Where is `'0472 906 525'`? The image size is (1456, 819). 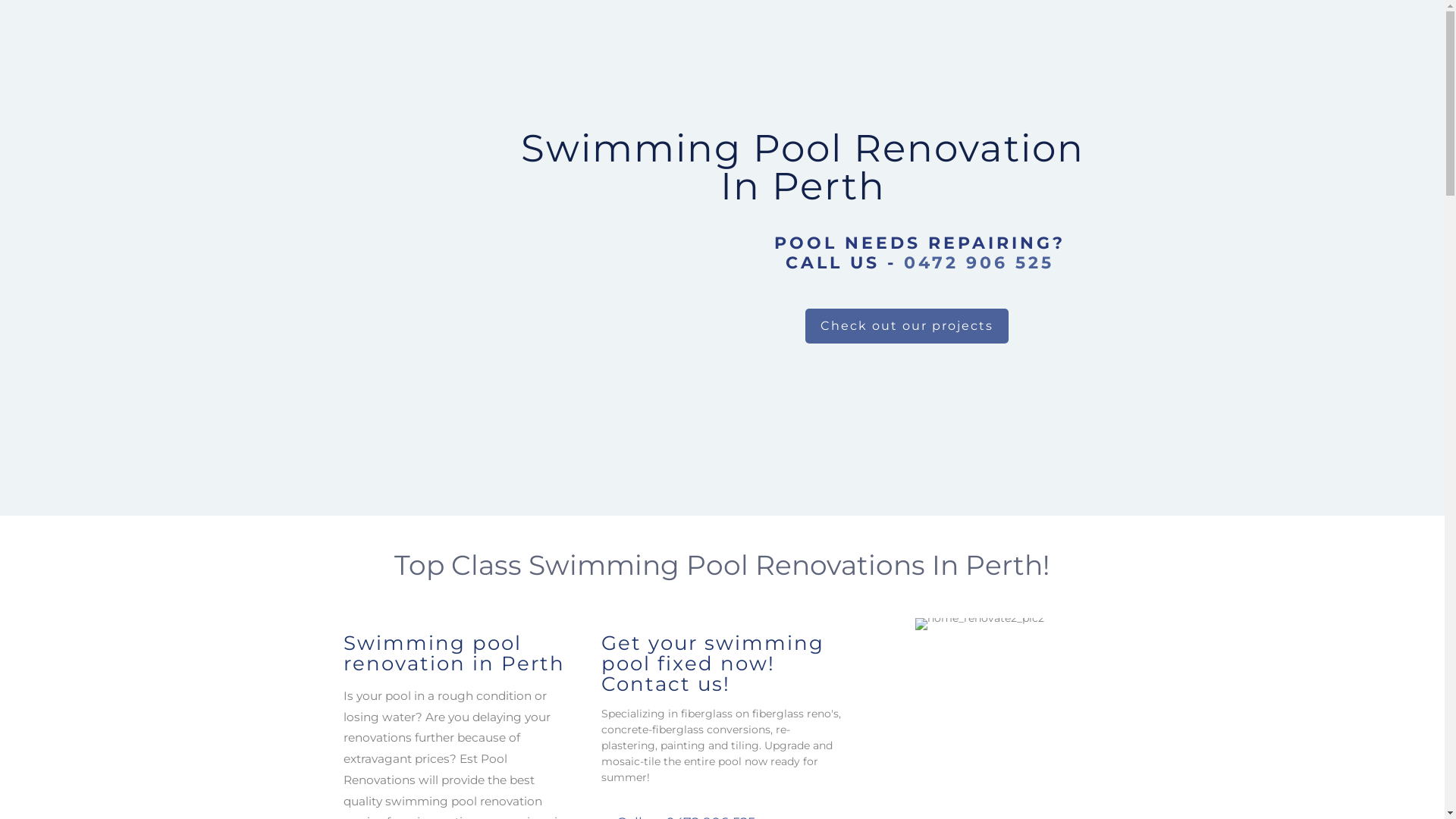 '0472 906 525' is located at coordinates (903, 262).